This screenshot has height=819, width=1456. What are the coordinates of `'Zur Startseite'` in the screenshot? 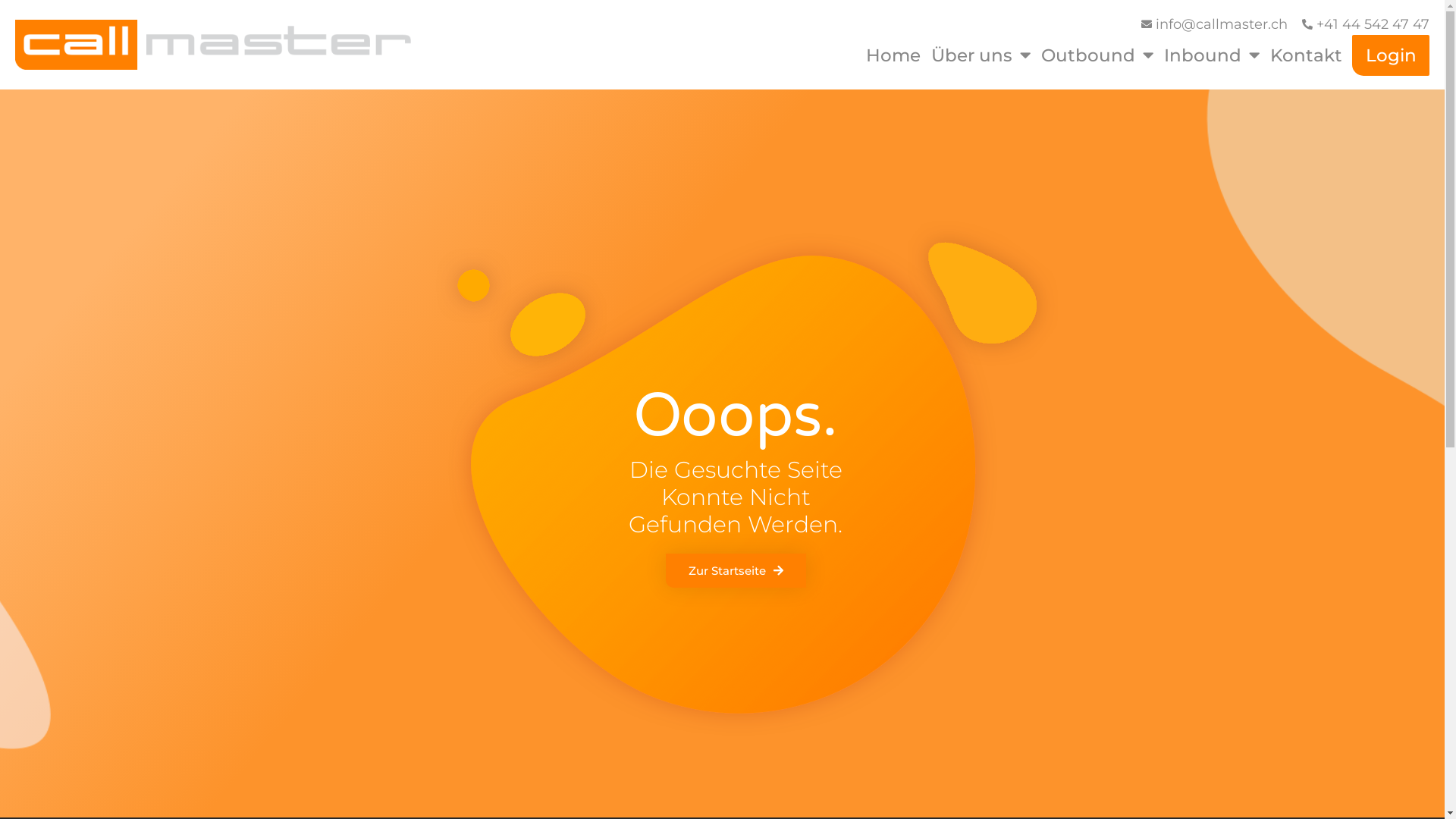 It's located at (736, 570).